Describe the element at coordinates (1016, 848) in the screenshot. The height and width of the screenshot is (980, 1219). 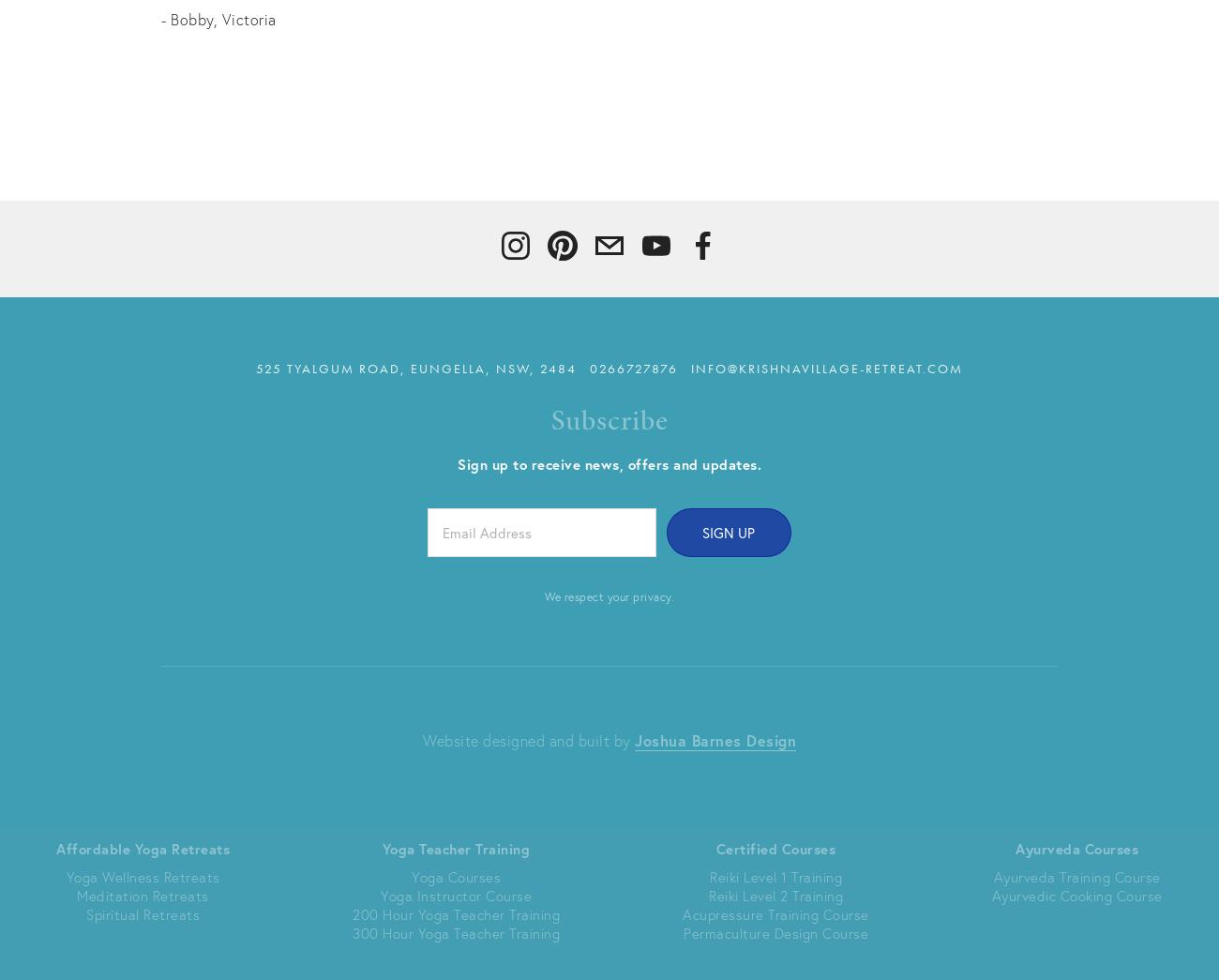
I see `'Ayurveda Courses'` at that location.